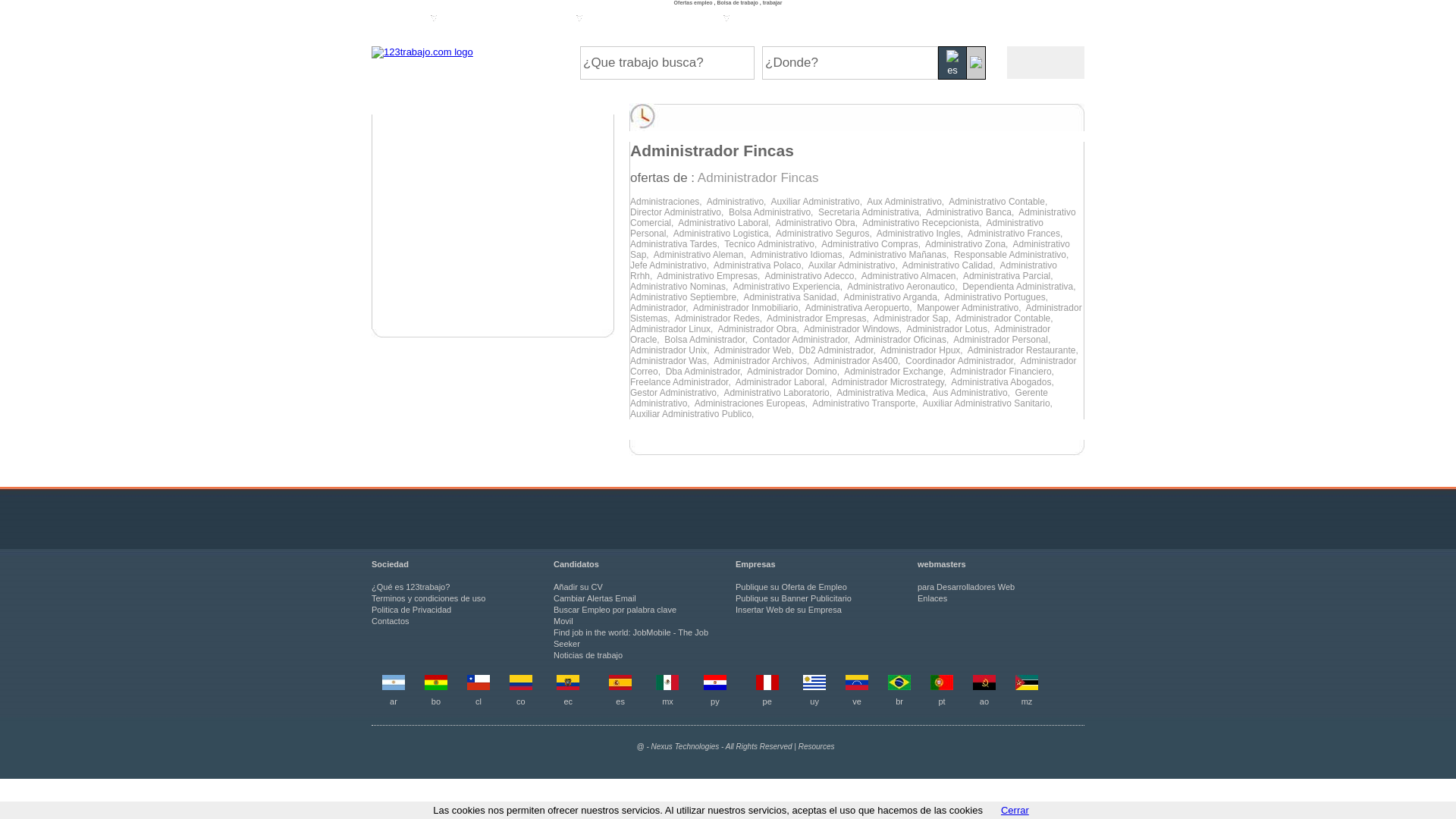  I want to click on 'Coordinador Administrador, ', so click(962, 360).